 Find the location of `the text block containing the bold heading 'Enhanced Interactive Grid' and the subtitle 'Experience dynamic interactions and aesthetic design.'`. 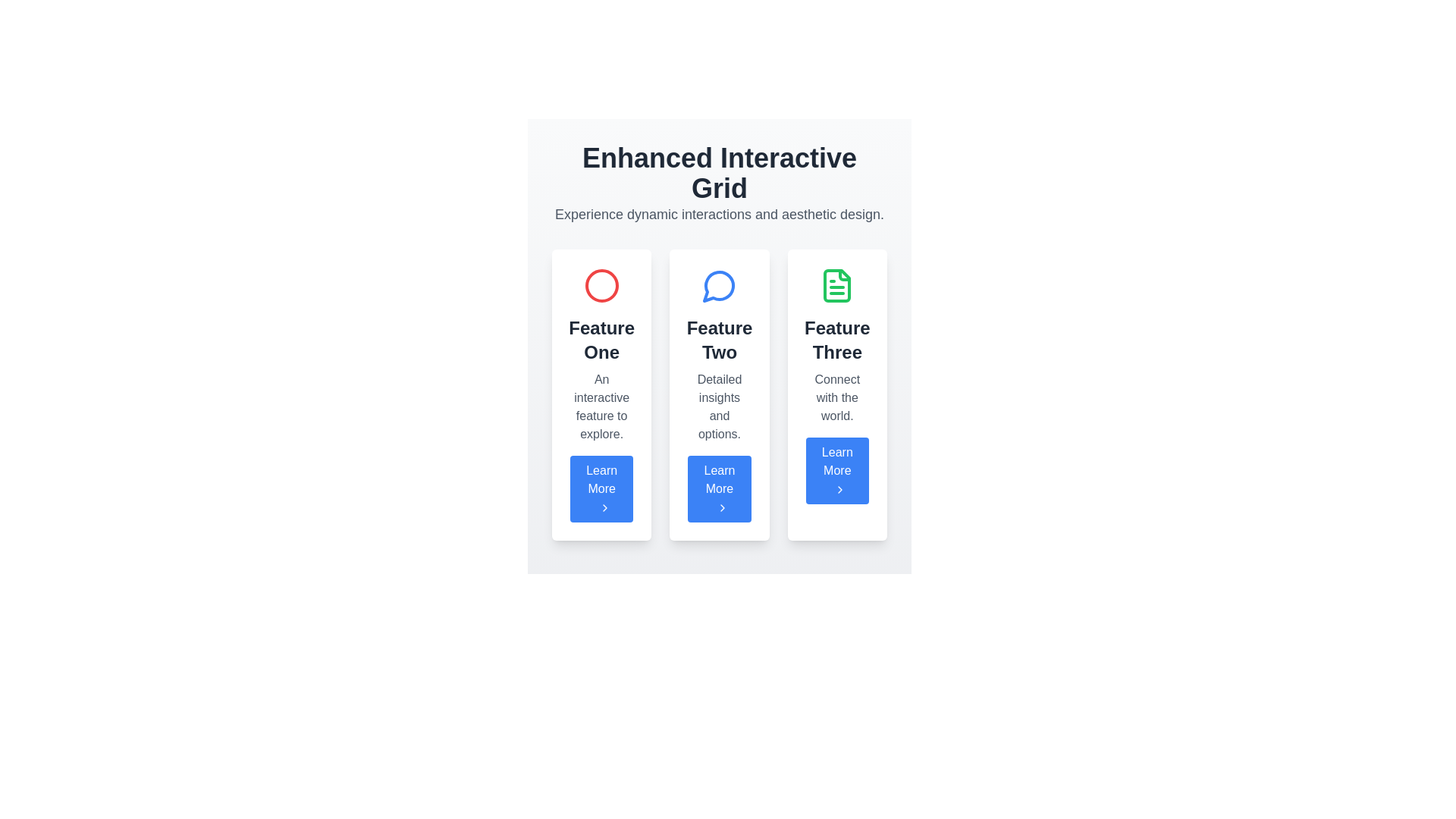

the text block containing the bold heading 'Enhanced Interactive Grid' and the subtitle 'Experience dynamic interactions and aesthetic design.' is located at coordinates (719, 184).